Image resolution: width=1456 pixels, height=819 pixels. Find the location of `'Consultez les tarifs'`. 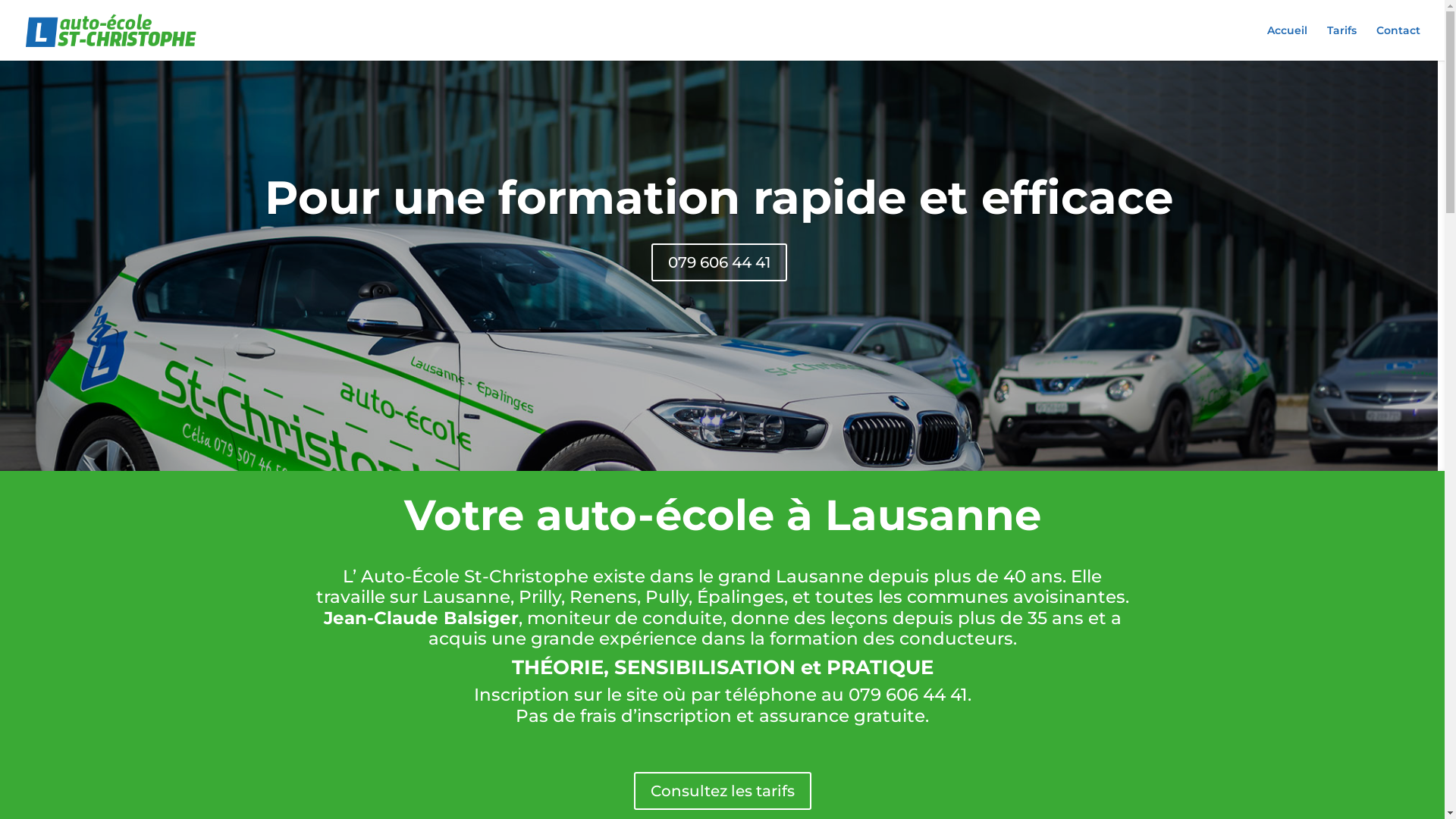

'Consultez les tarifs' is located at coordinates (633, 789).